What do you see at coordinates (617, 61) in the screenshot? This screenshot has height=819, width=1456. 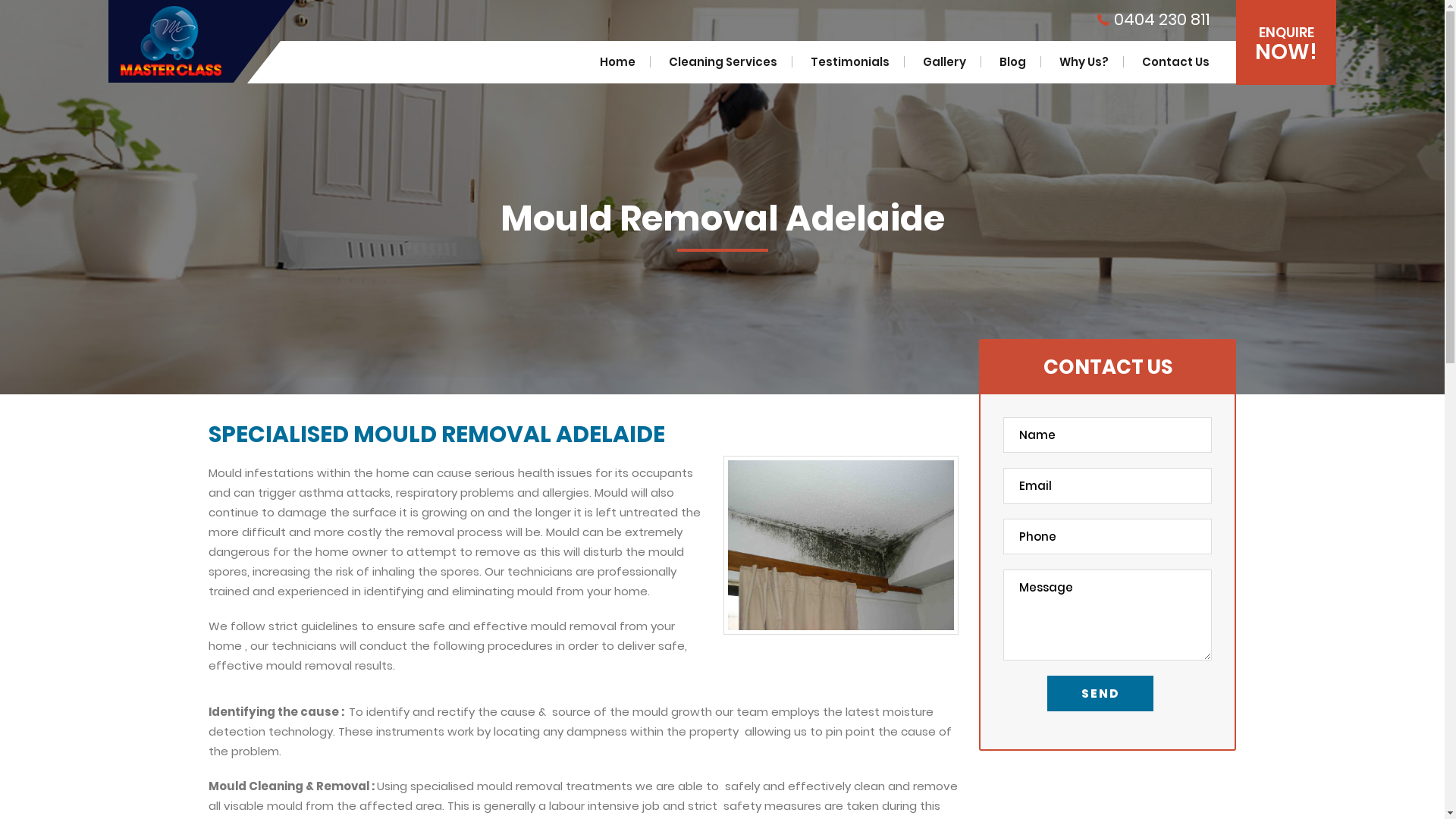 I see `'Home'` at bounding box center [617, 61].